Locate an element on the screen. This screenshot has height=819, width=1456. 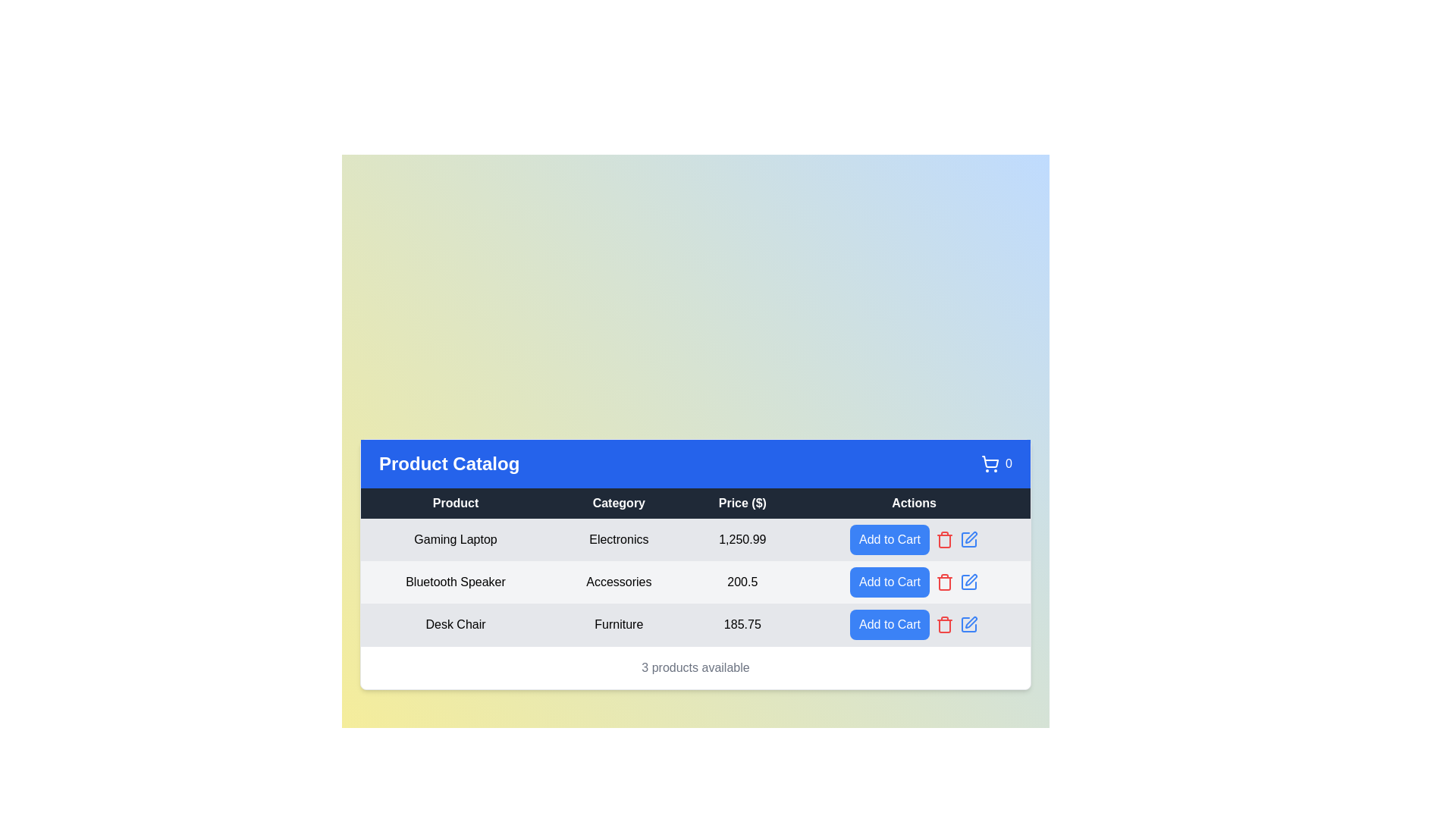
the second row in the product data table displaying details about 'Bluetooth Speaker' for potential highlighting is located at coordinates (695, 581).